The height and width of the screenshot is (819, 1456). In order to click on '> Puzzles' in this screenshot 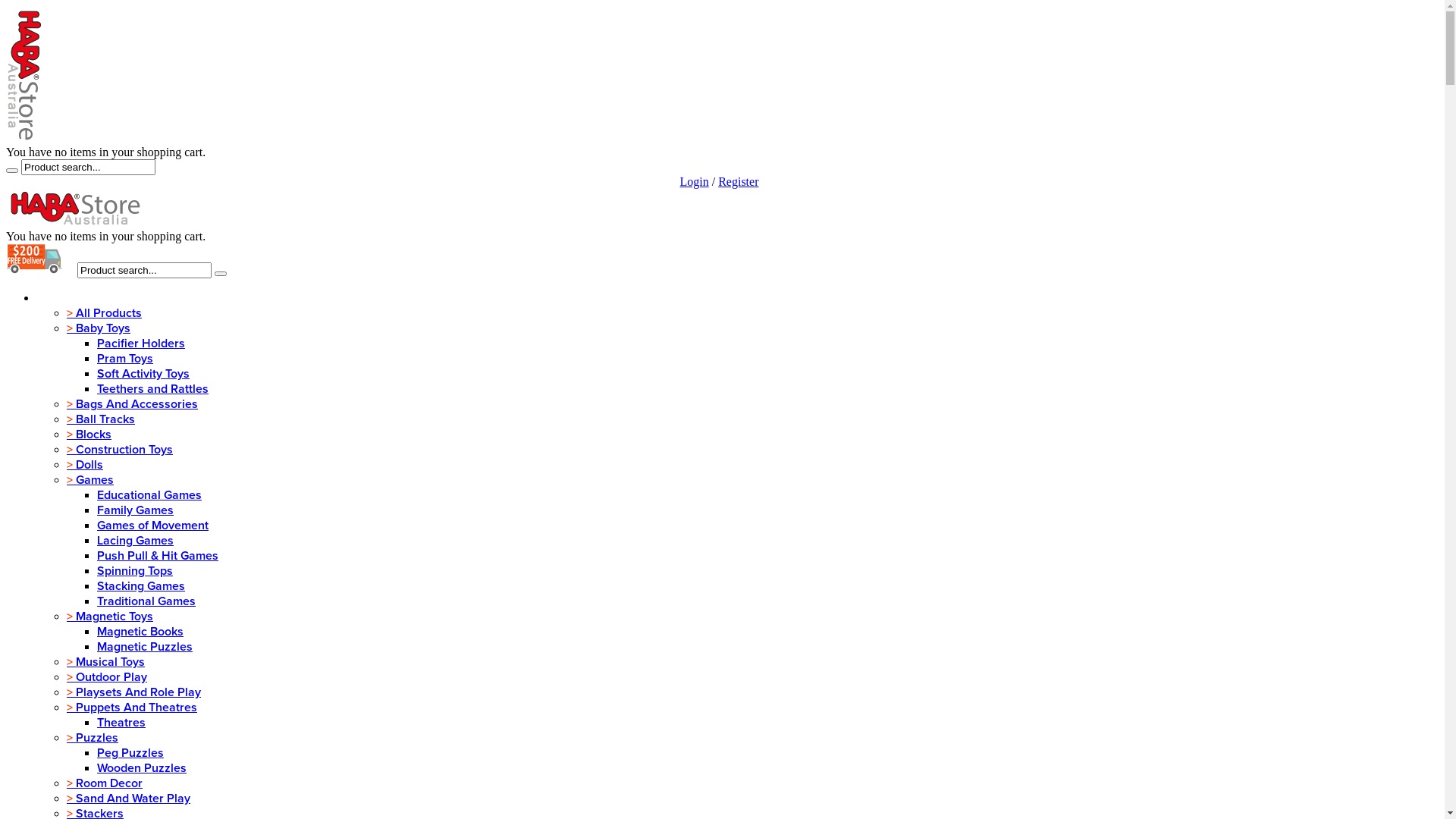, I will do `click(91, 736)`.